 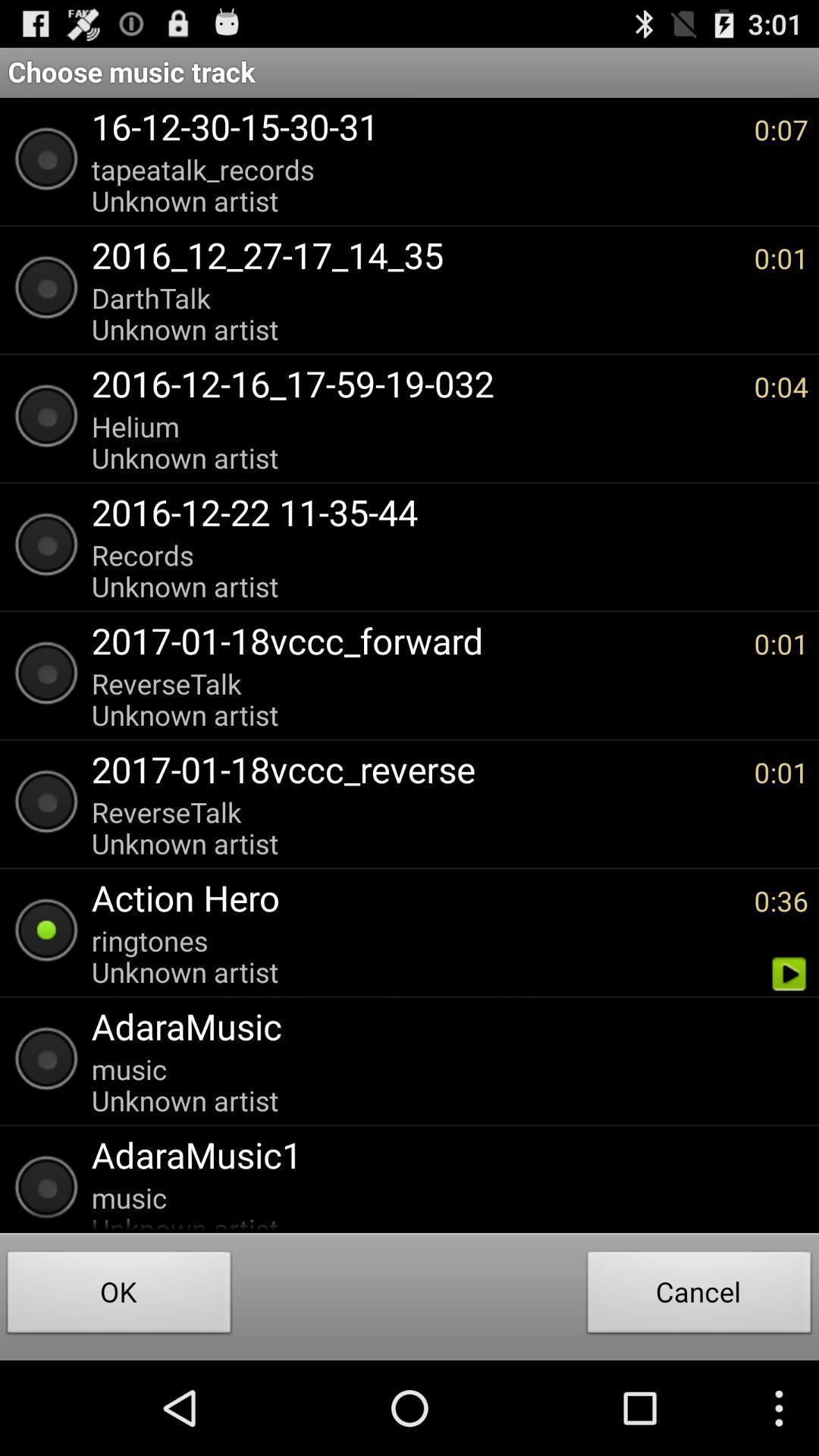 What do you see at coordinates (442, 1153) in the screenshot?
I see `adaramusic1 item` at bounding box center [442, 1153].